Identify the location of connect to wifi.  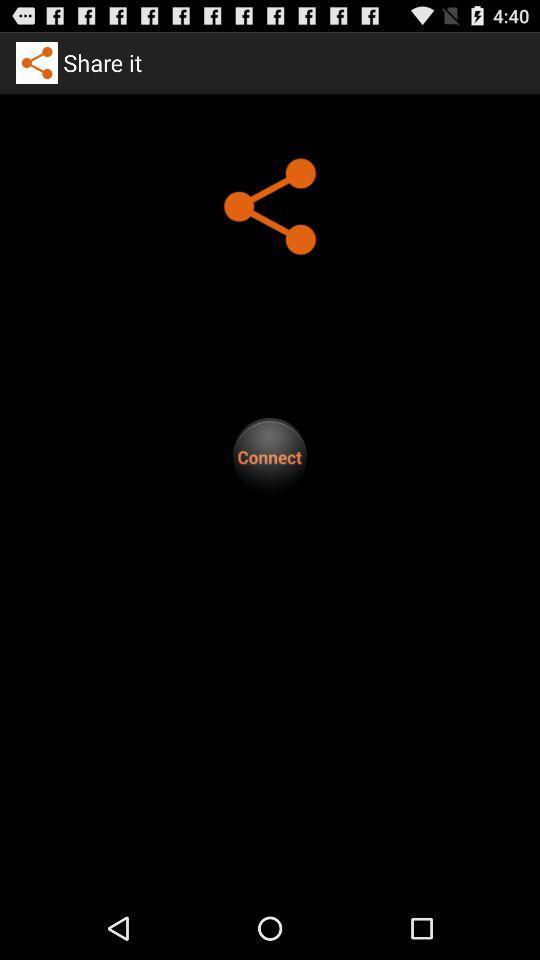
(270, 456).